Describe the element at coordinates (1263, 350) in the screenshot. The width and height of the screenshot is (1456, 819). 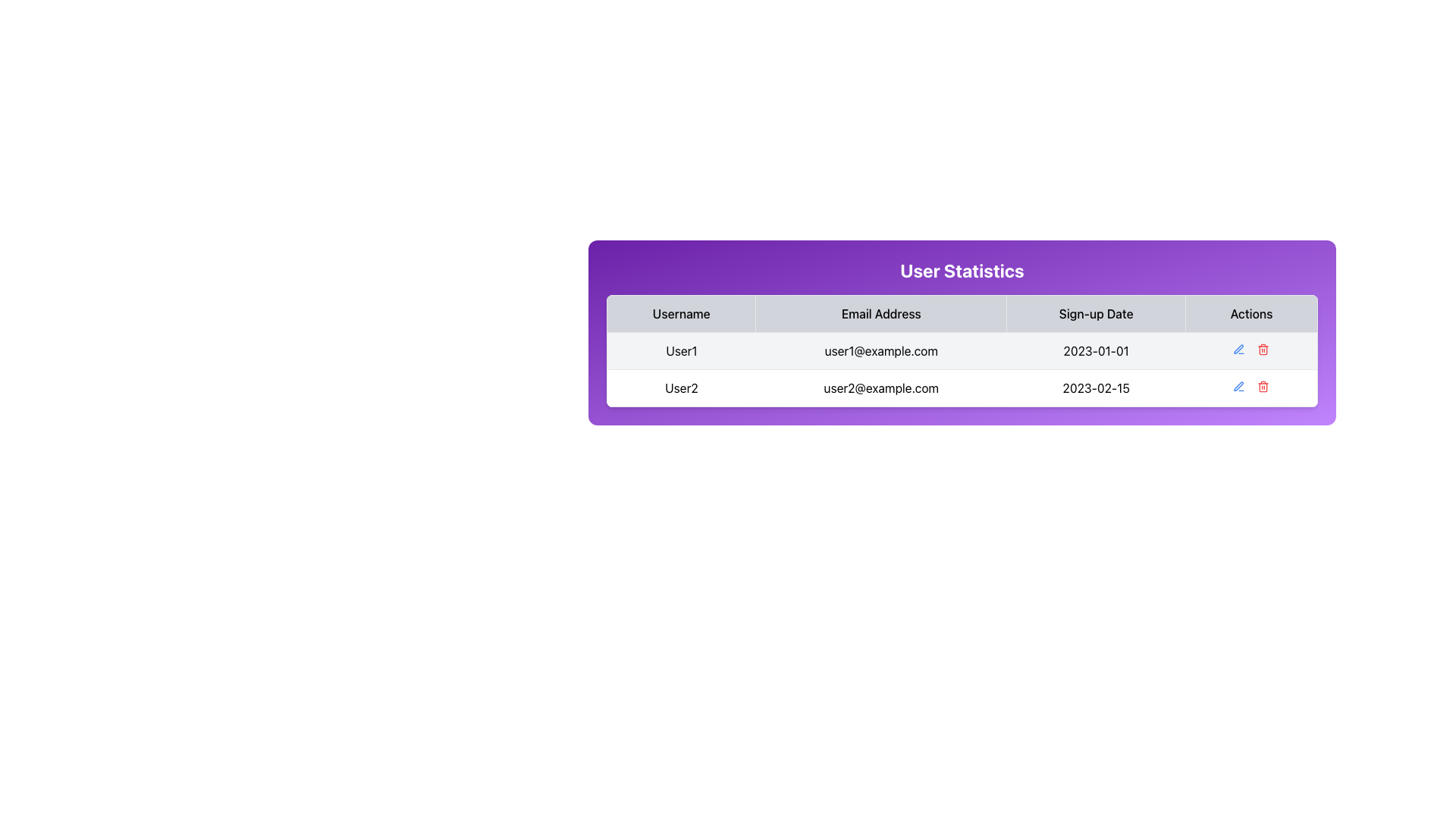
I see `the red trash icon button` at that location.